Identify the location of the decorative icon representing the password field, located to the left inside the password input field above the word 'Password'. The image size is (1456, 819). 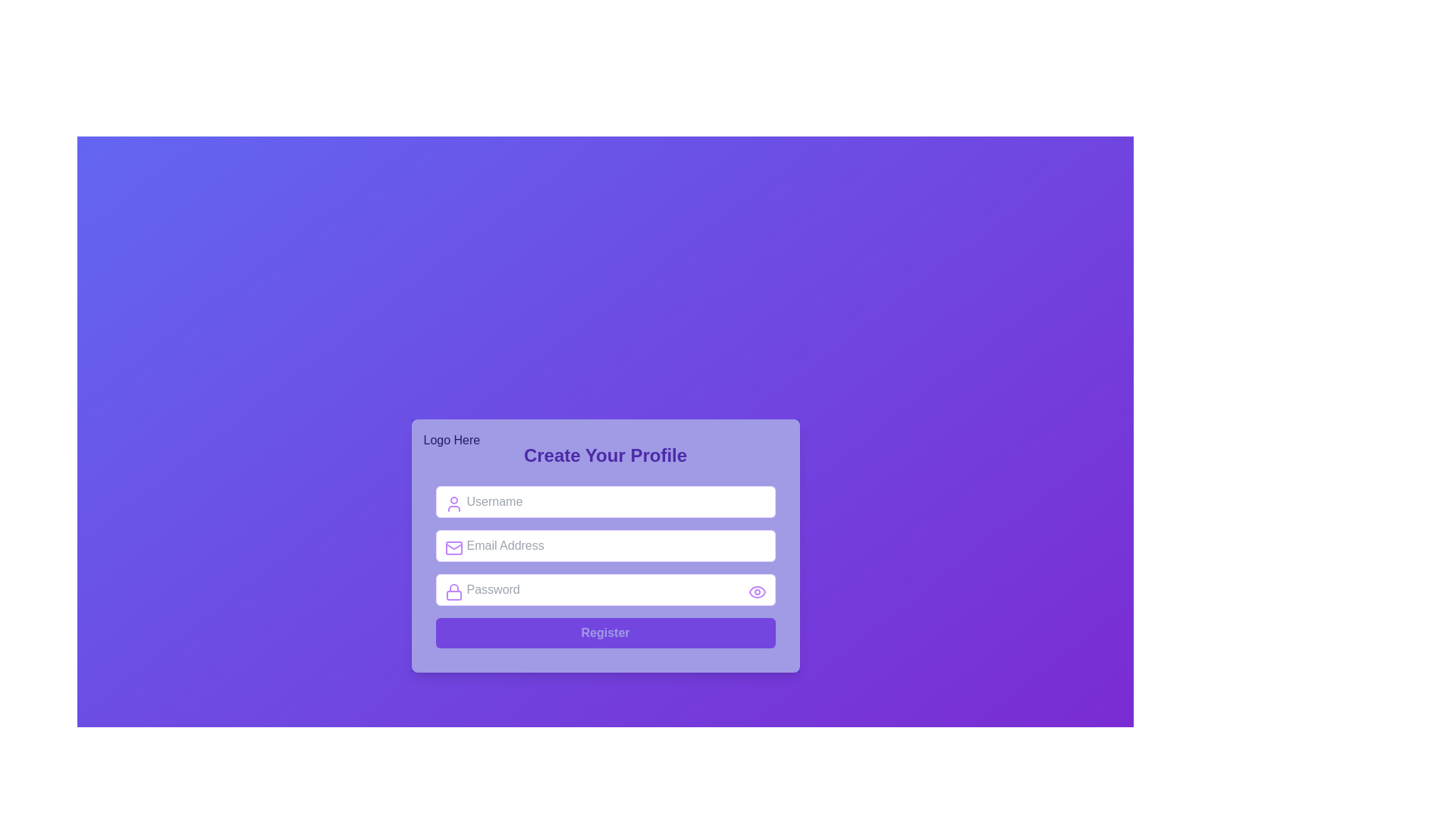
(453, 591).